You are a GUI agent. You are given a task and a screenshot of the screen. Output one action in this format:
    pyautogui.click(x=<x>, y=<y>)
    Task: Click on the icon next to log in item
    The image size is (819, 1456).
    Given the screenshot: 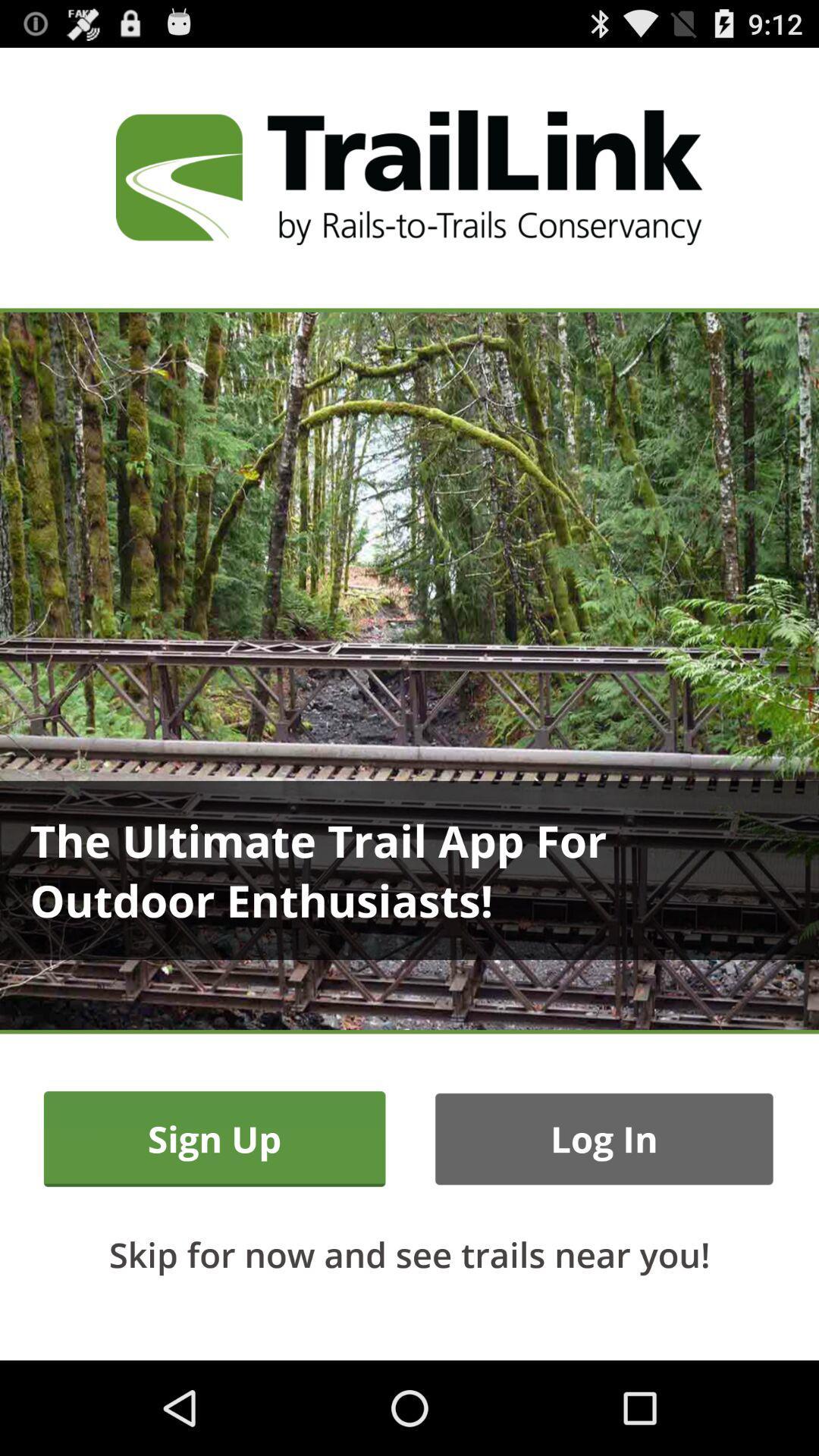 What is the action you would take?
    pyautogui.click(x=215, y=1139)
    